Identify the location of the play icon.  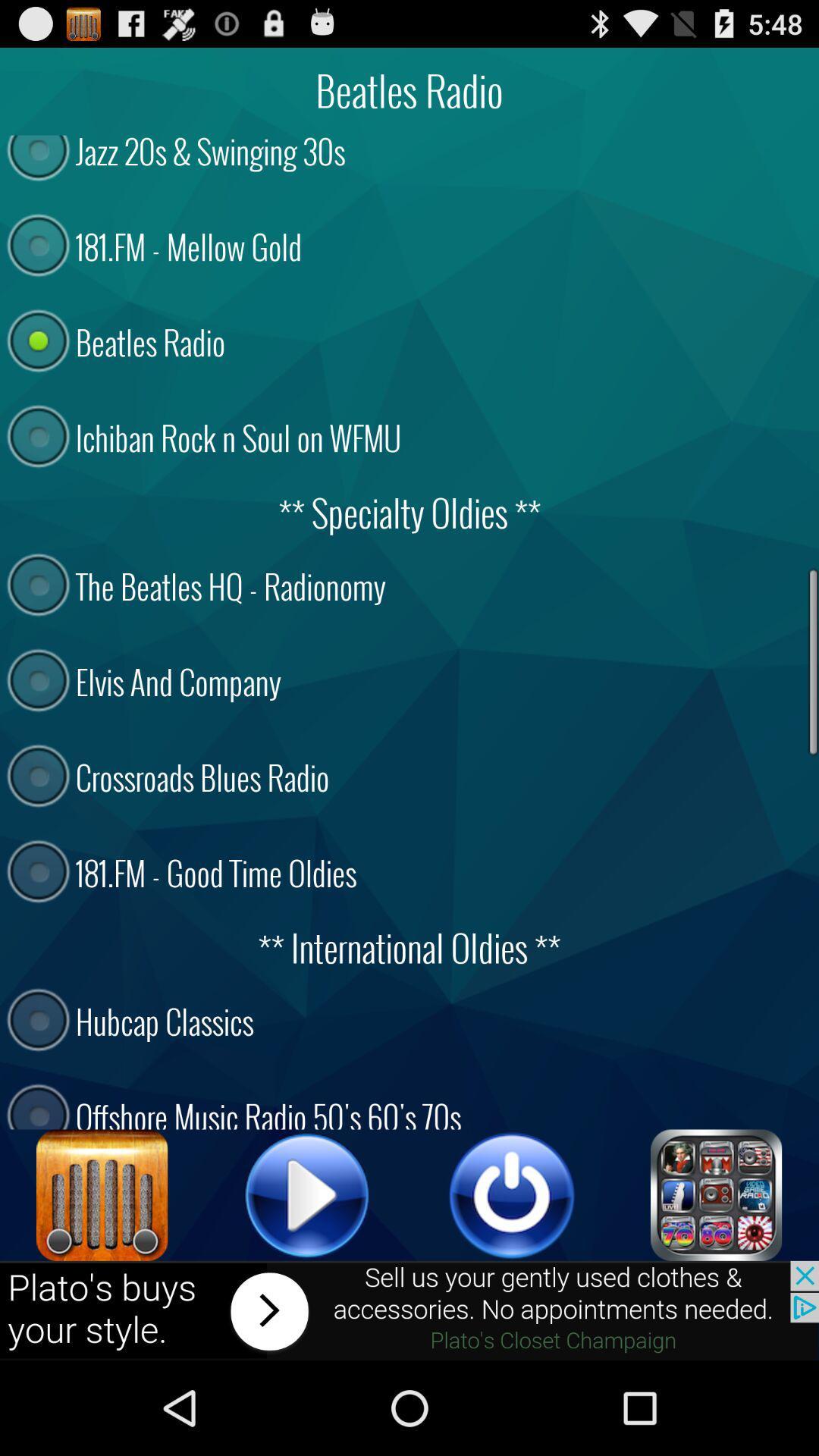
(307, 1278).